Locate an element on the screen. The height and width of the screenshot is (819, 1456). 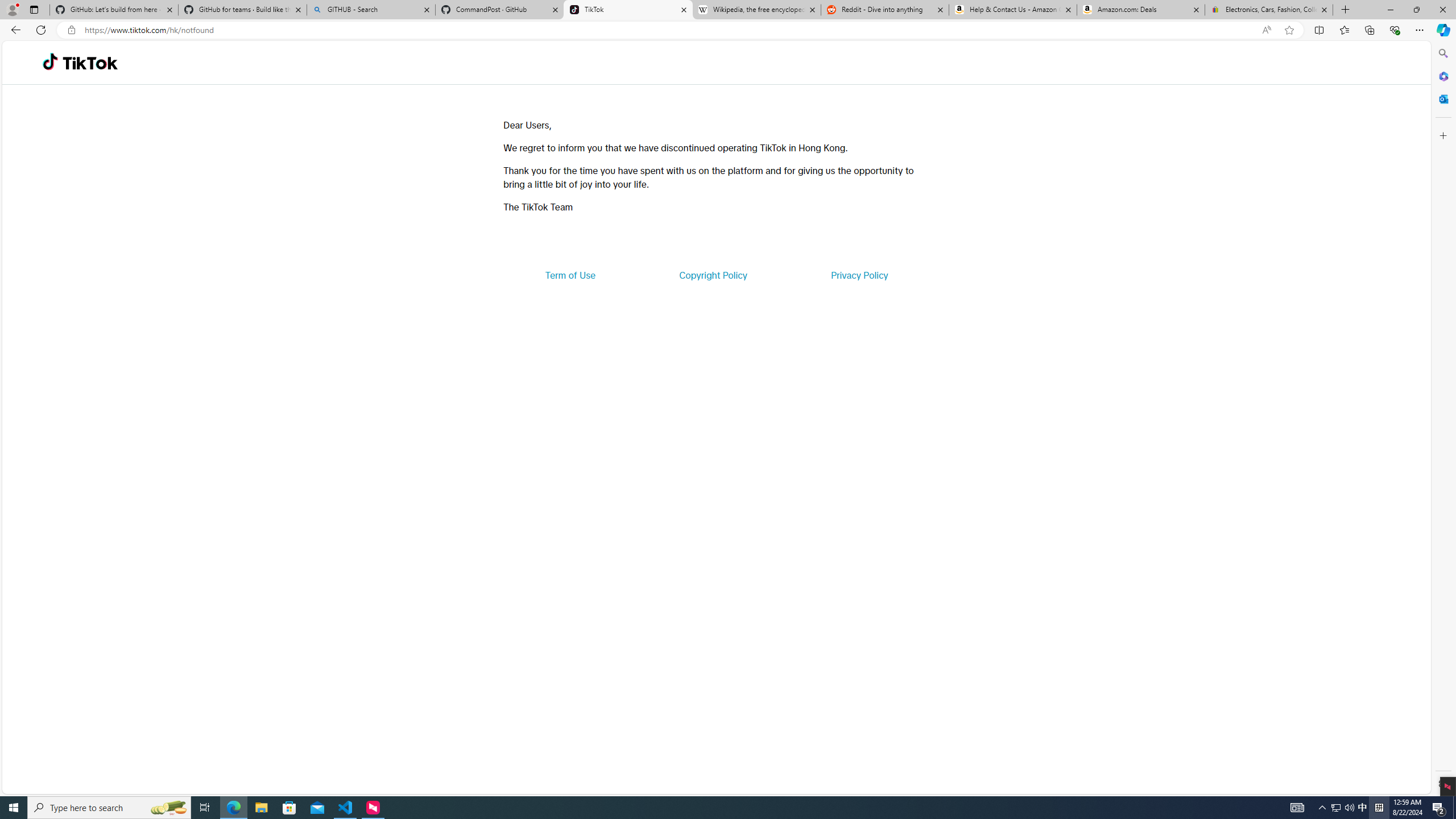
'Amazon.com: Deals' is located at coordinates (1140, 9).